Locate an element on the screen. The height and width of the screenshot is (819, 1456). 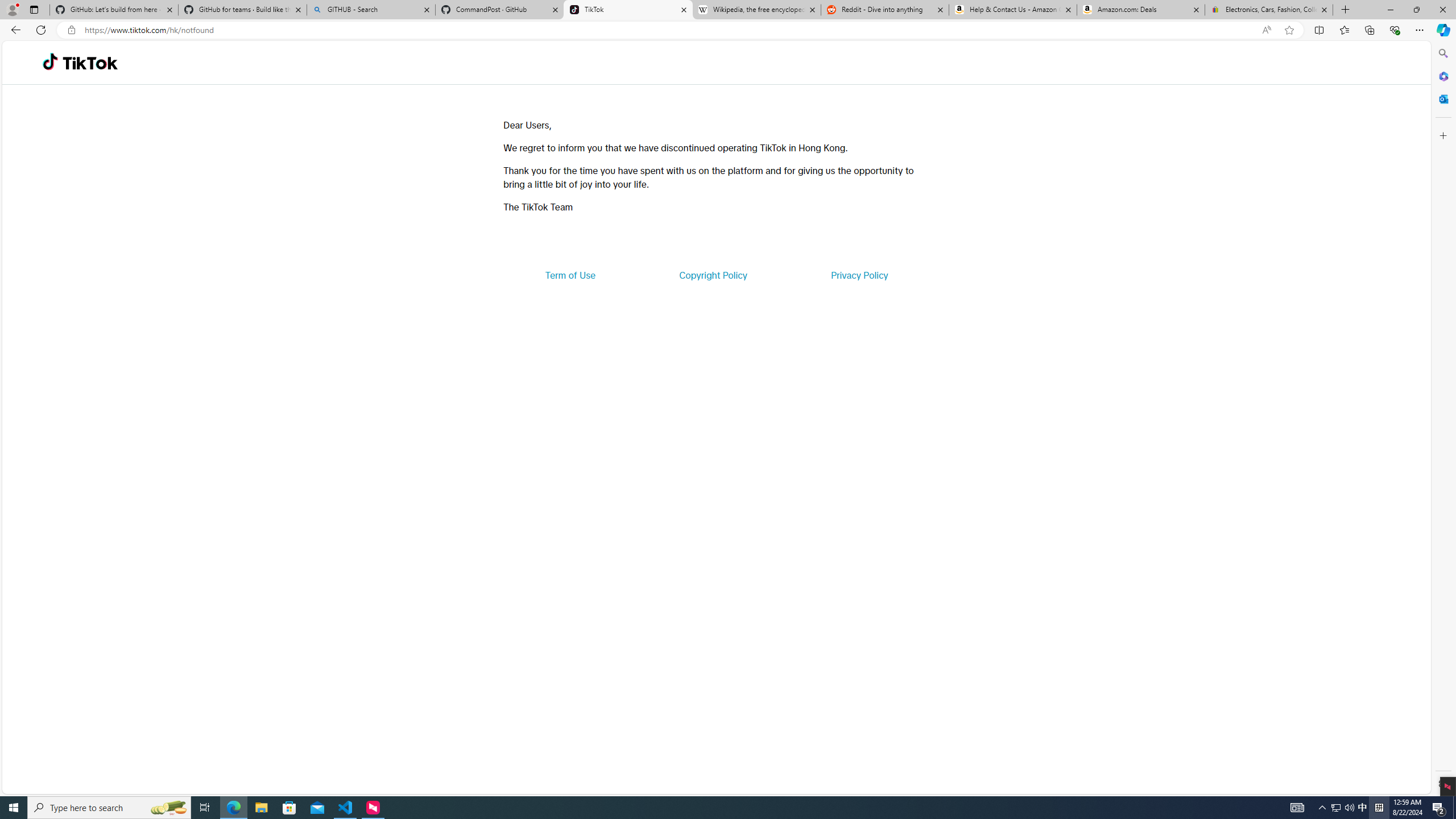
'Amazon.com: Deals' is located at coordinates (1140, 9).